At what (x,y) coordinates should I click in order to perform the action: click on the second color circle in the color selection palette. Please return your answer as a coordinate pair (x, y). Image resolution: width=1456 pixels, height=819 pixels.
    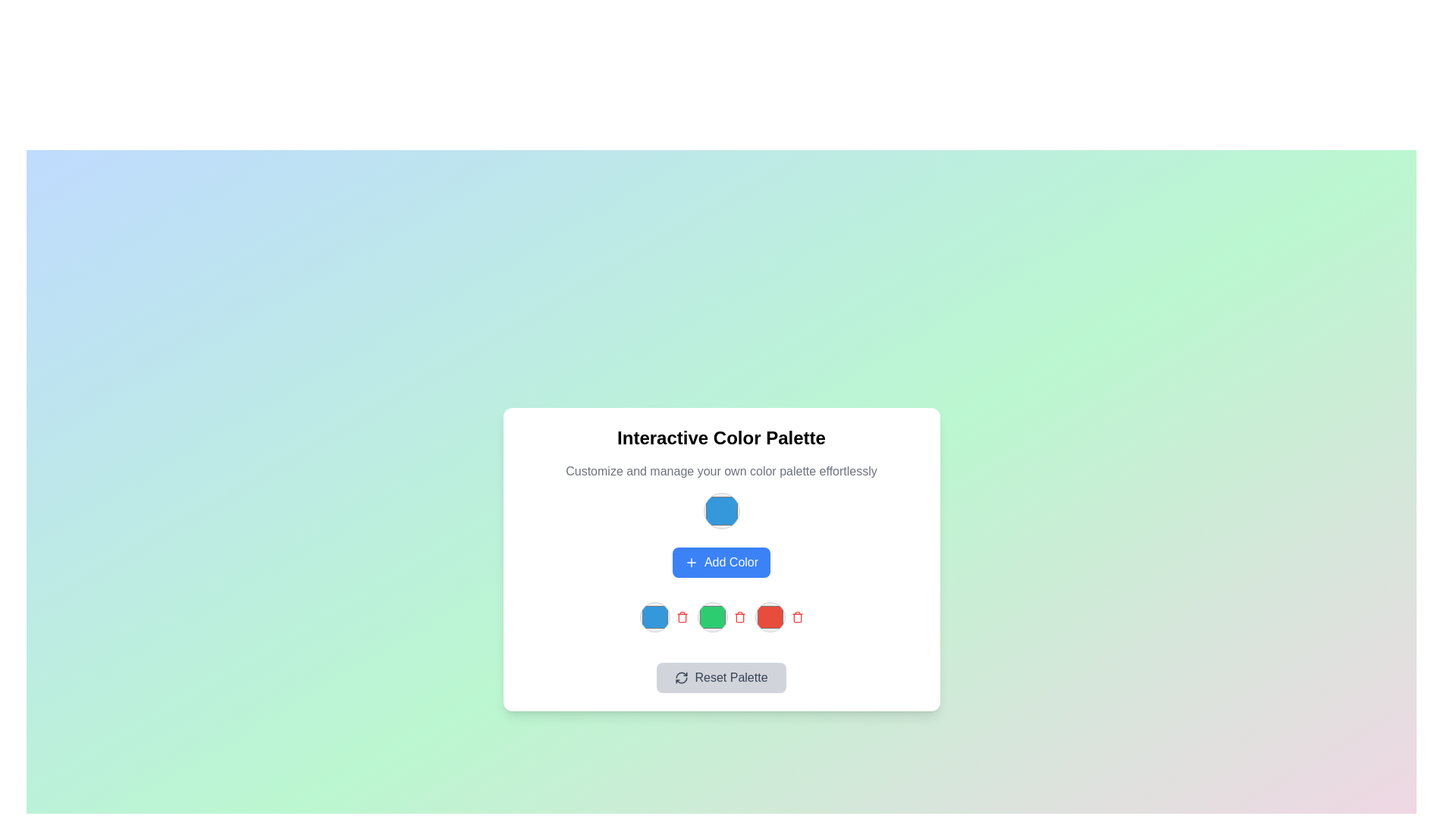
    Looking at the image, I should click on (720, 617).